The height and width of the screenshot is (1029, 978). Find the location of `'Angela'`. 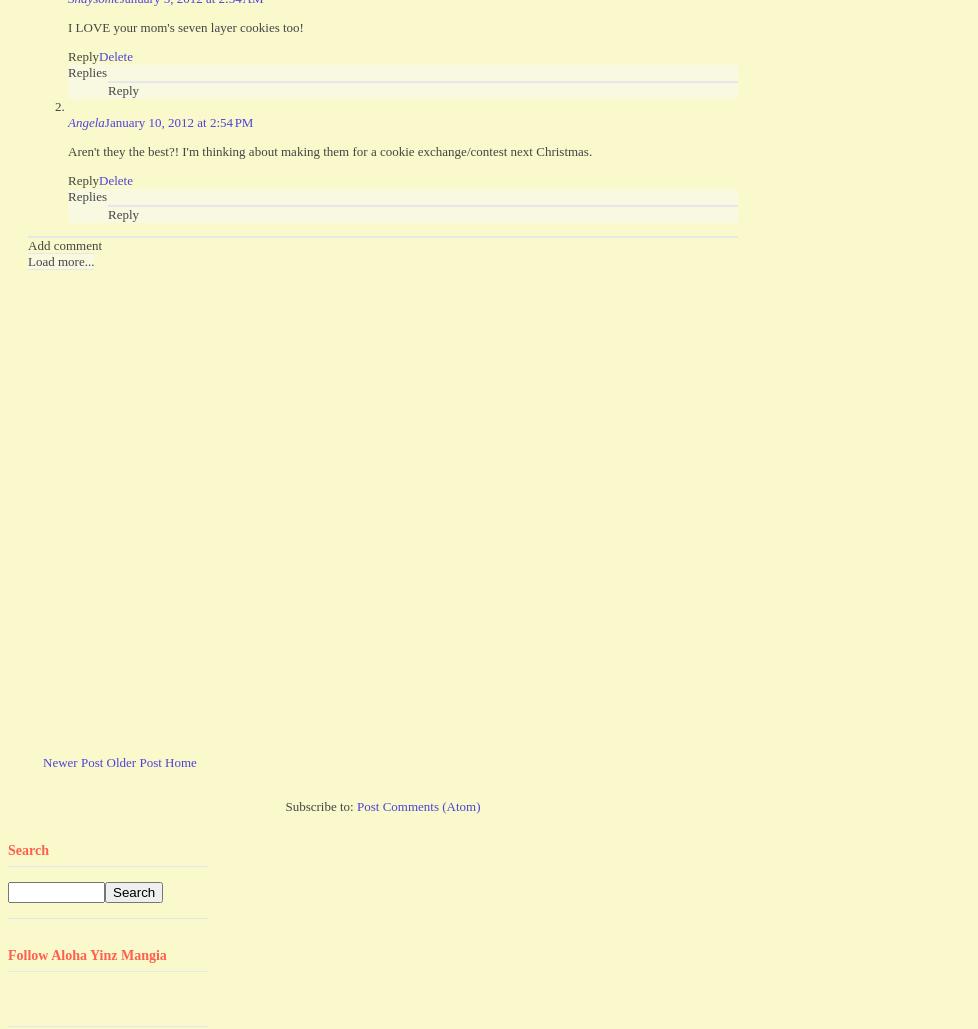

'Angela' is located at coordinates (85, 120).